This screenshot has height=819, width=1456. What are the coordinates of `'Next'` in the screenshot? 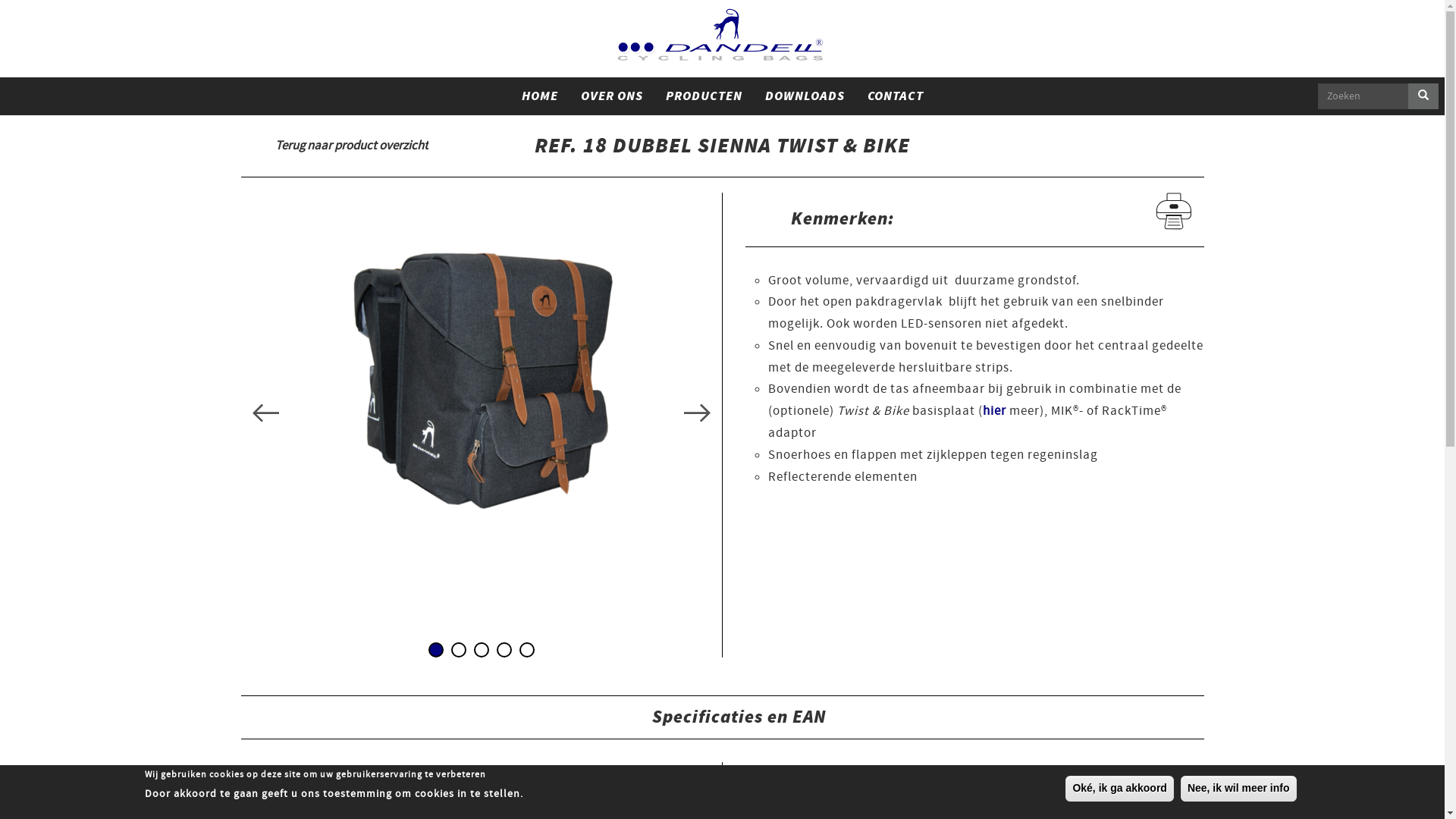 It's located at (683, 413).